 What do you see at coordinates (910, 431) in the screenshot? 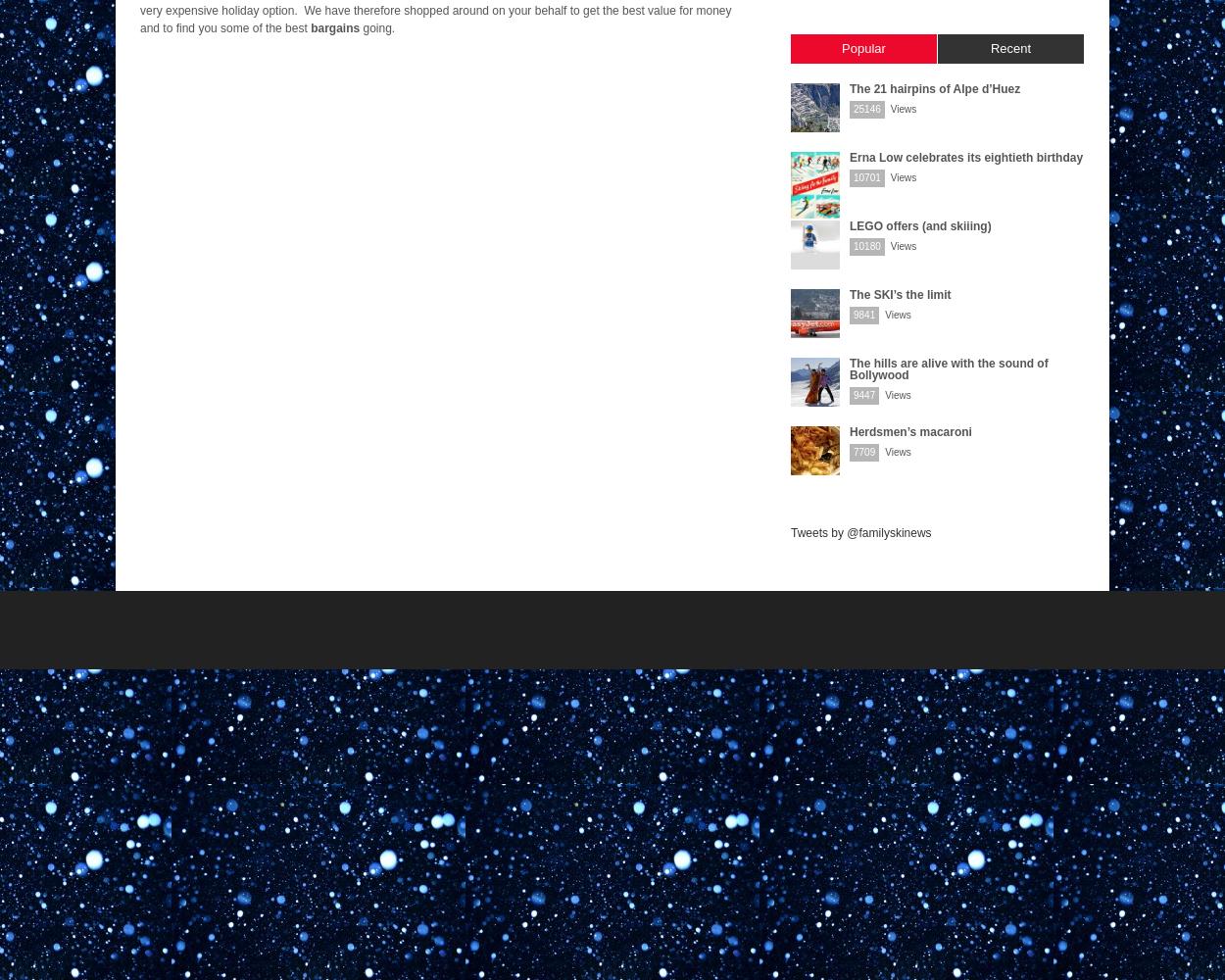
I see `'Herdsmen’s macaroni'` at bounding box center [910, 431].